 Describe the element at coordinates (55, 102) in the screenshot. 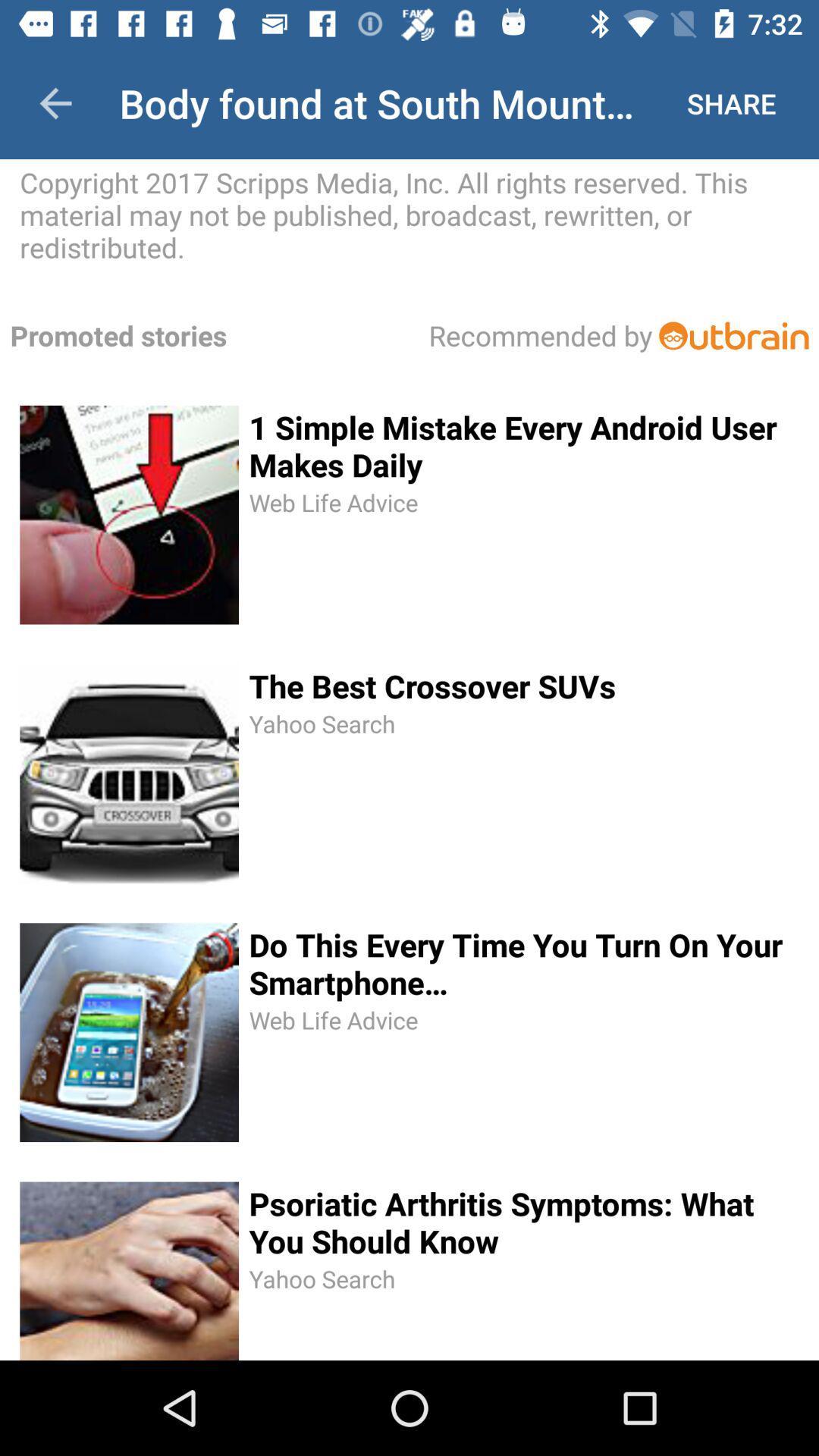

I see `icon to the left of body found at icon` at that location.